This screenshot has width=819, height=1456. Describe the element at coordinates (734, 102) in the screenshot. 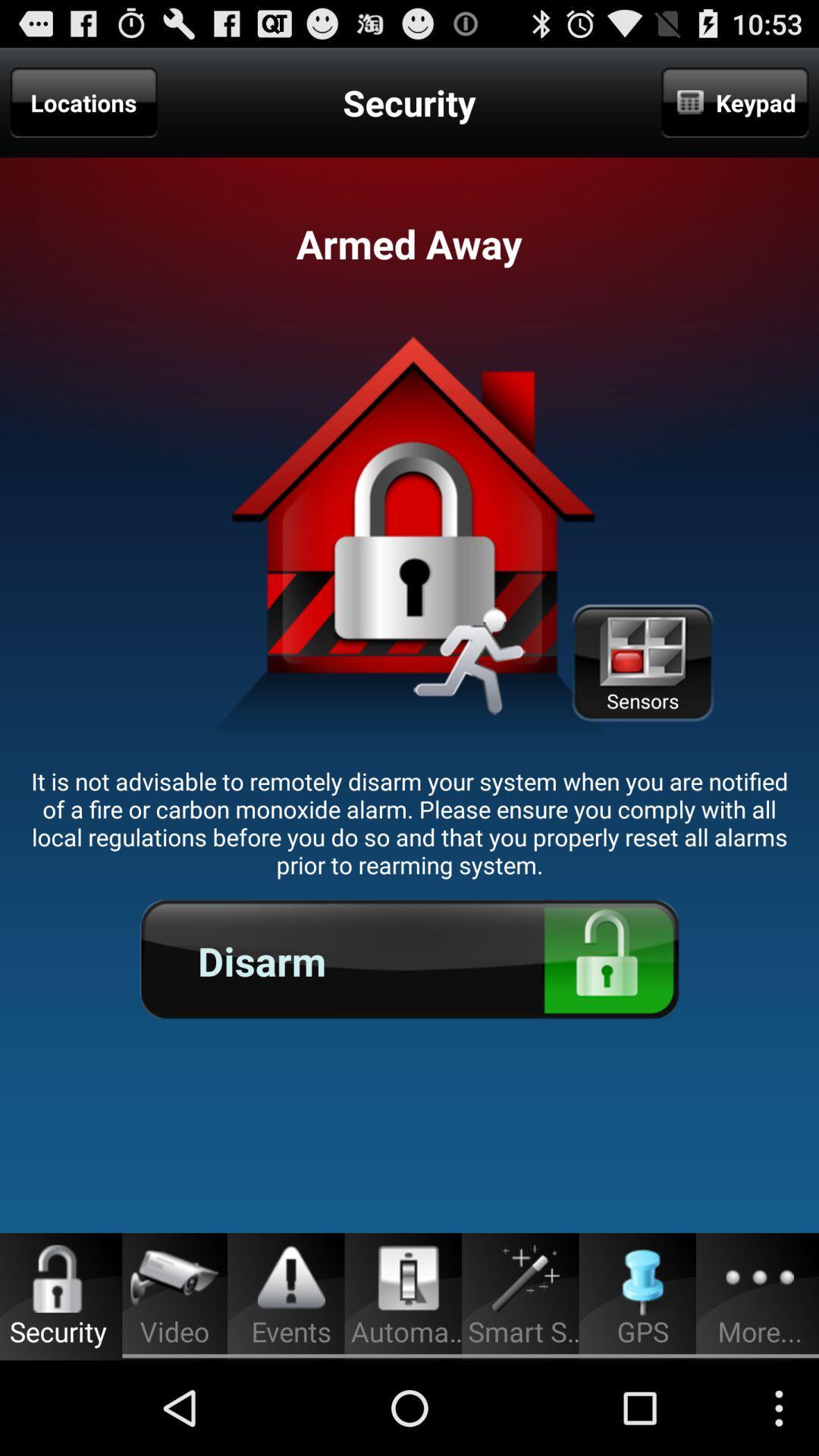

I see `the keypad` at that location.